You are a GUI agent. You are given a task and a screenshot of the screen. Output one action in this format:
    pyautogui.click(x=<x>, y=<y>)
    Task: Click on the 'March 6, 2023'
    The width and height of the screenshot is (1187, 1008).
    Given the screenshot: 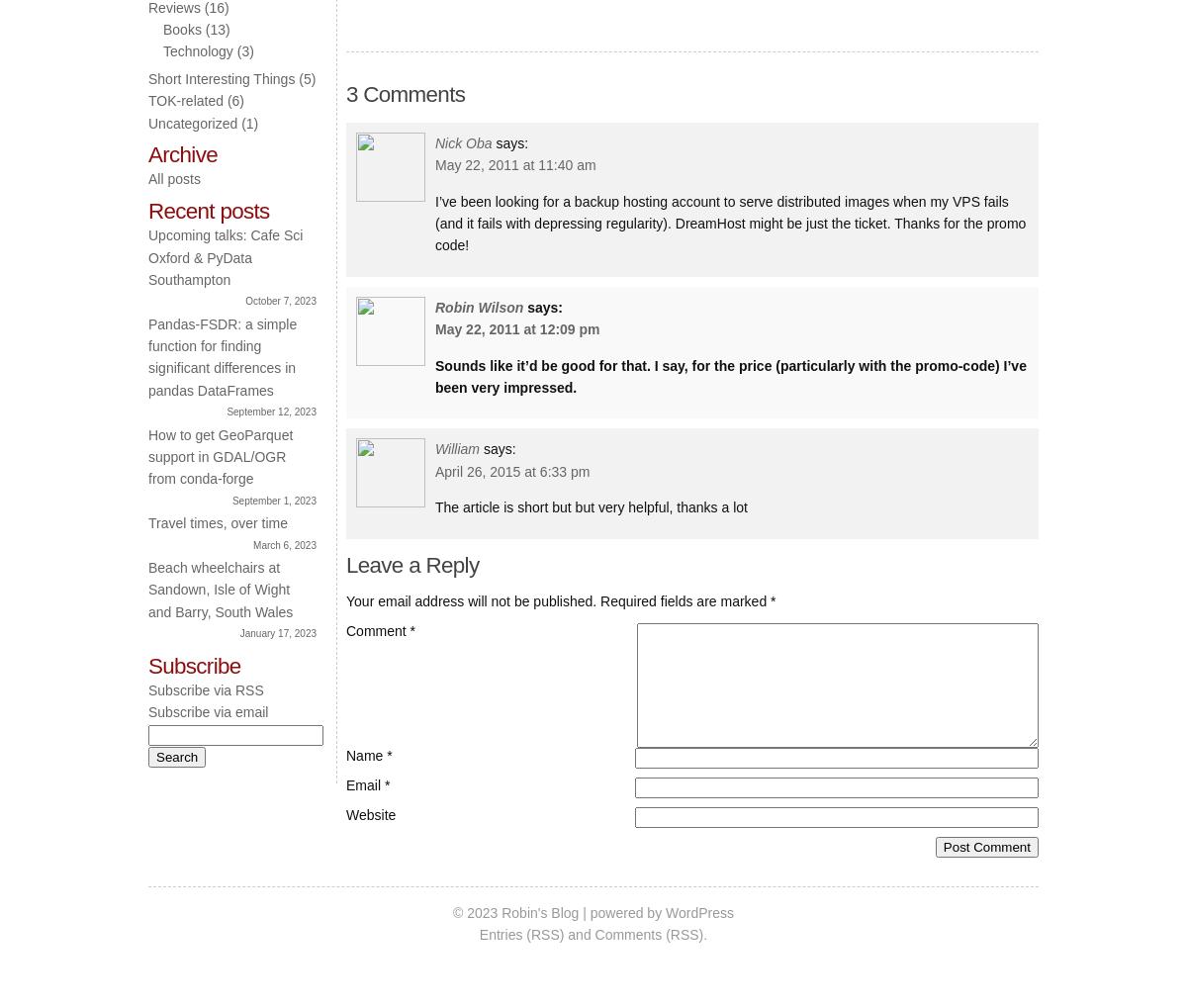 What is the action you would take?
    pyautogui.click(x=284, y=544)
    